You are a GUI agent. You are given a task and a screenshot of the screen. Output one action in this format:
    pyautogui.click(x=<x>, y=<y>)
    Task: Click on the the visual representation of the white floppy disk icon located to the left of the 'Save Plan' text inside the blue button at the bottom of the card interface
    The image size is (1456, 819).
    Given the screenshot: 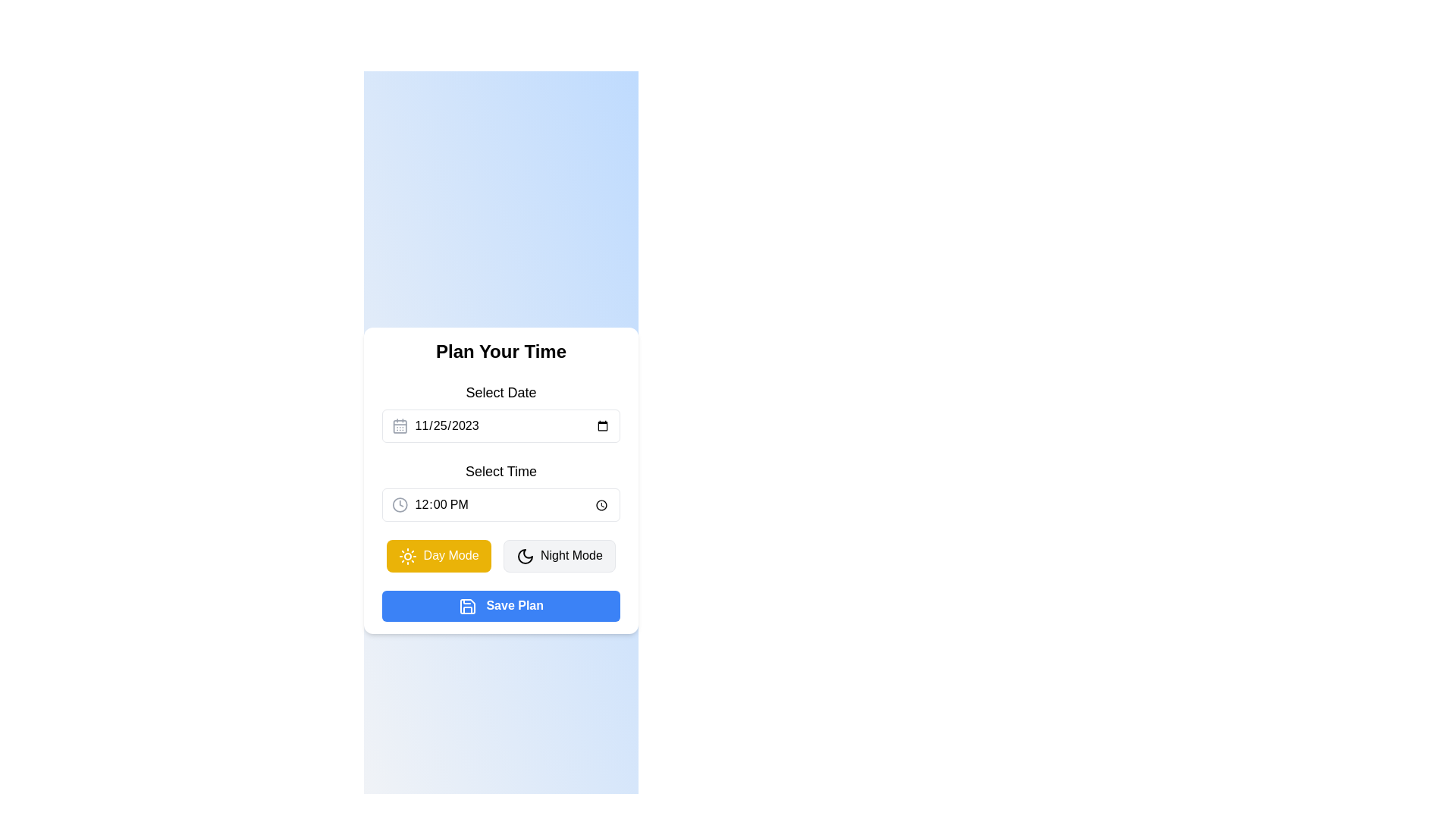 What is the action you would take?
    pyautogui.click(x=466, y=605)
    